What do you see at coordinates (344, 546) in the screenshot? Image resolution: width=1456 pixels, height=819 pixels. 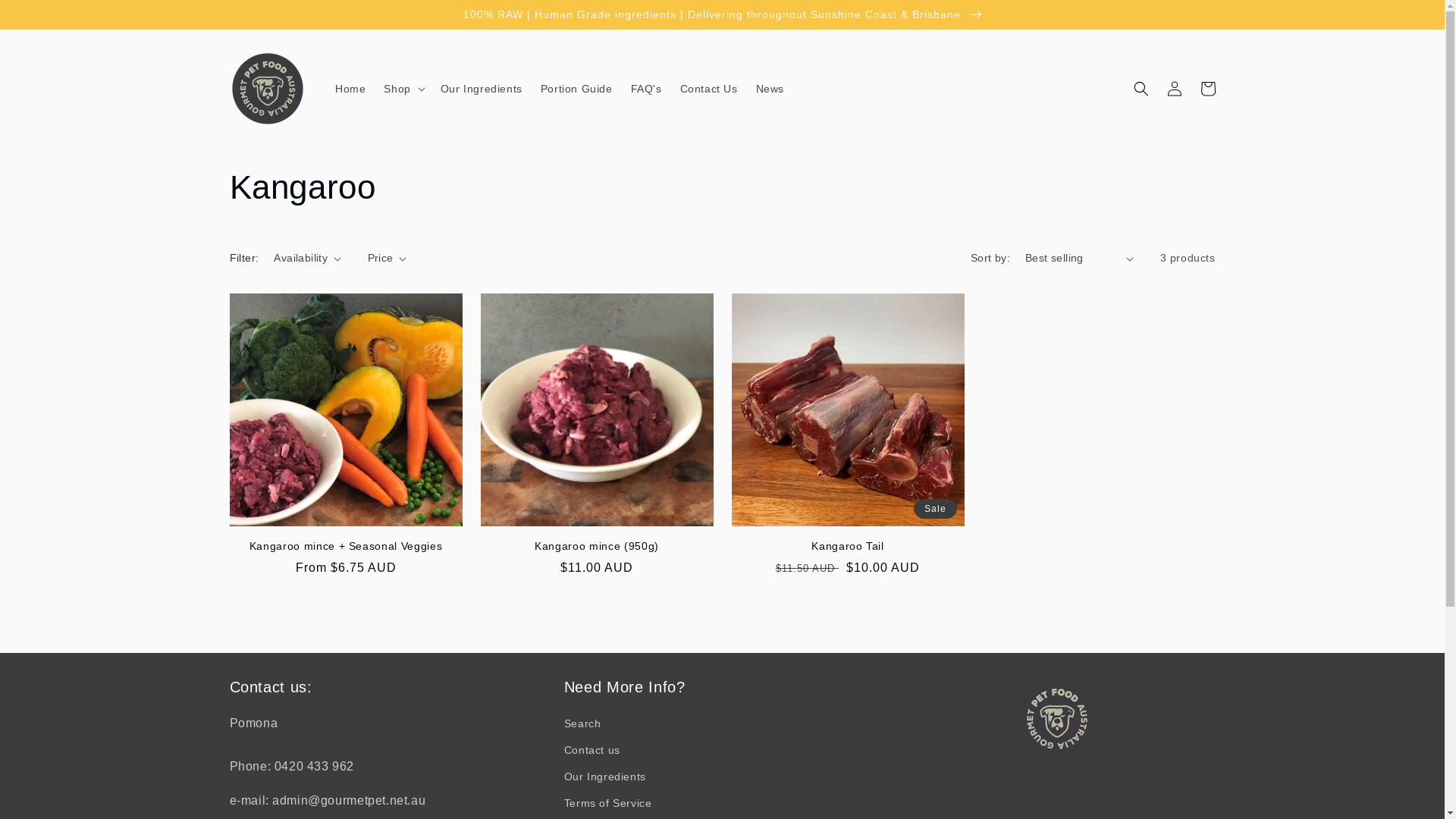 I see `'Kangaroo mince + Seasonal Veggies'` at bounding box center [344, 546].